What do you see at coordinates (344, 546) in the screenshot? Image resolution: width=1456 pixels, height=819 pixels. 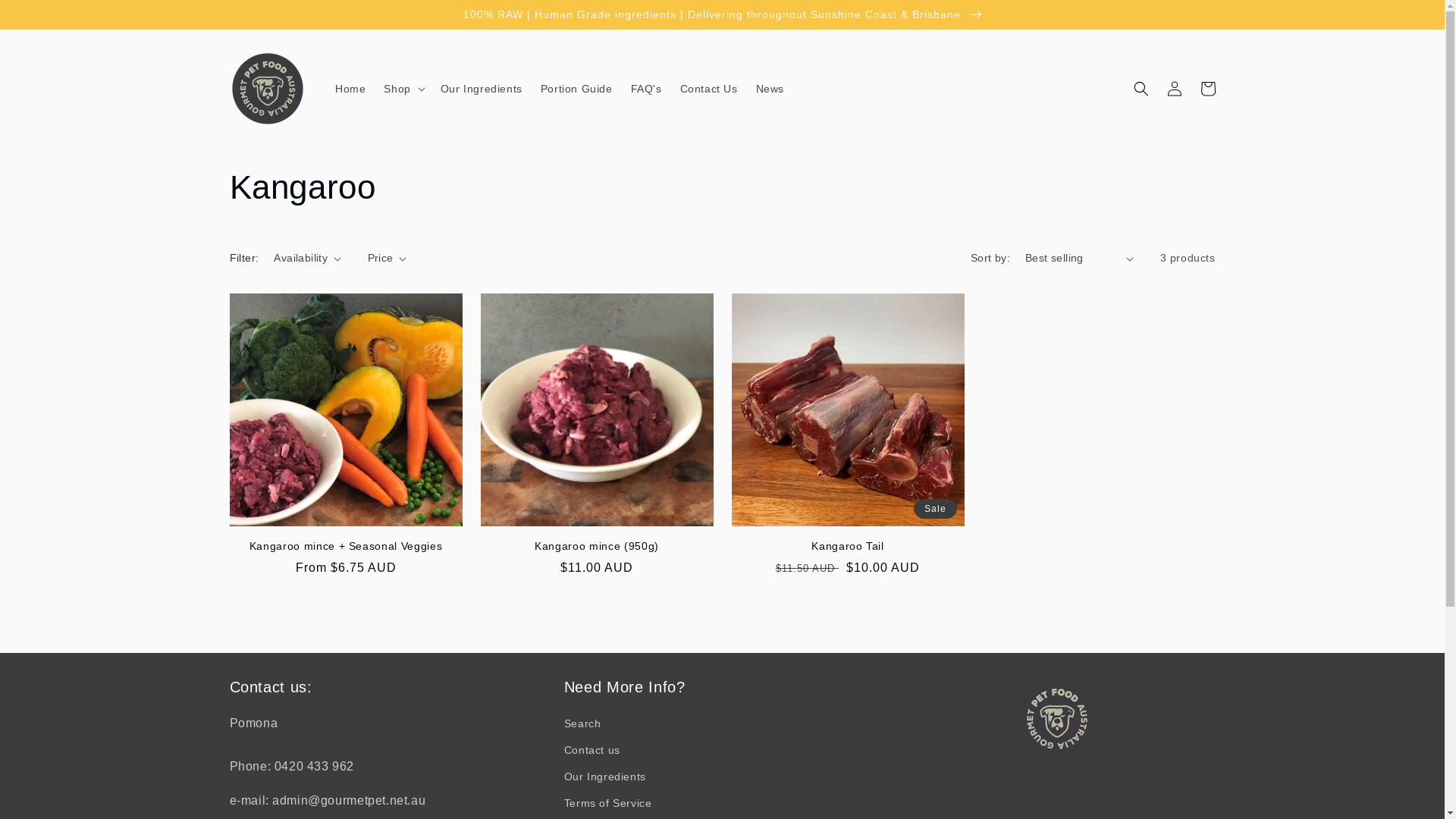 I see `'Kangaroo mince + Seasonal Veggies'` at bounding box center [344, 546].